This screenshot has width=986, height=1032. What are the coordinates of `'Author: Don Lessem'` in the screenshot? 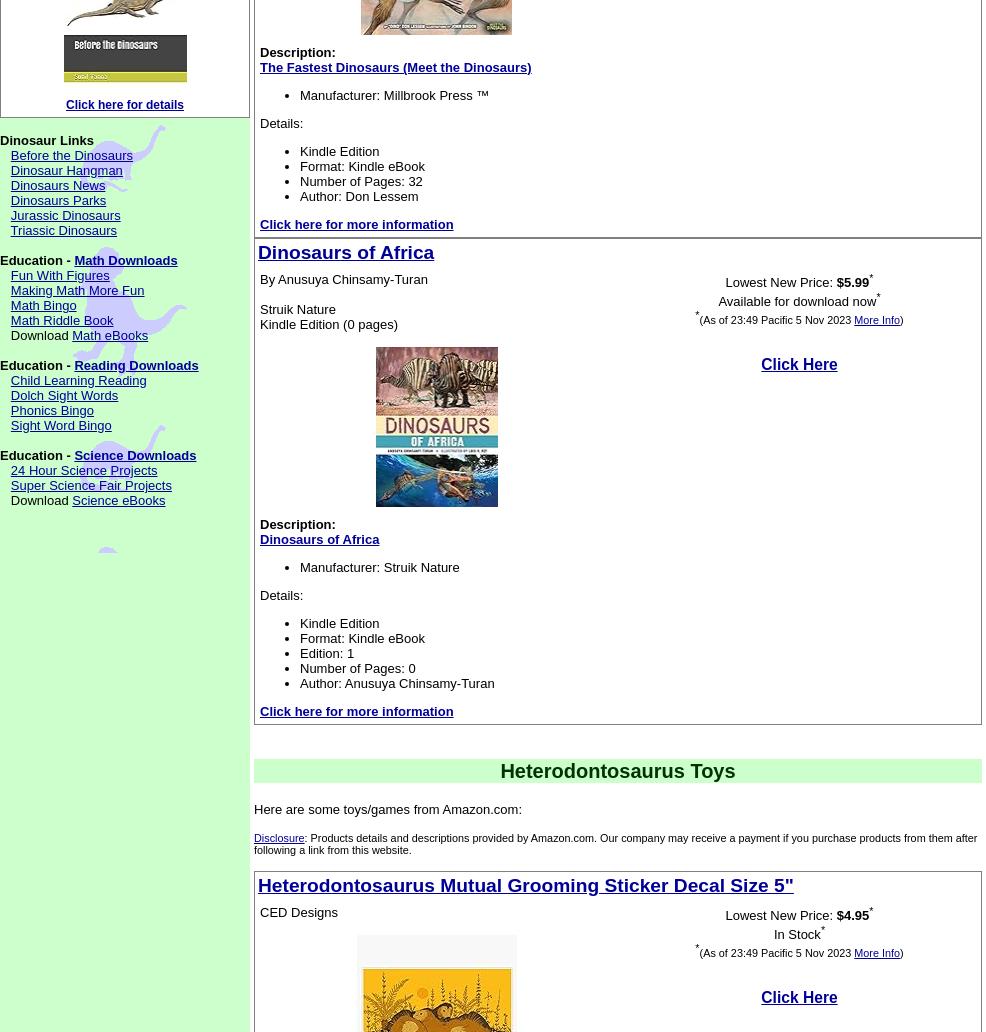 It's located at (358, 195).